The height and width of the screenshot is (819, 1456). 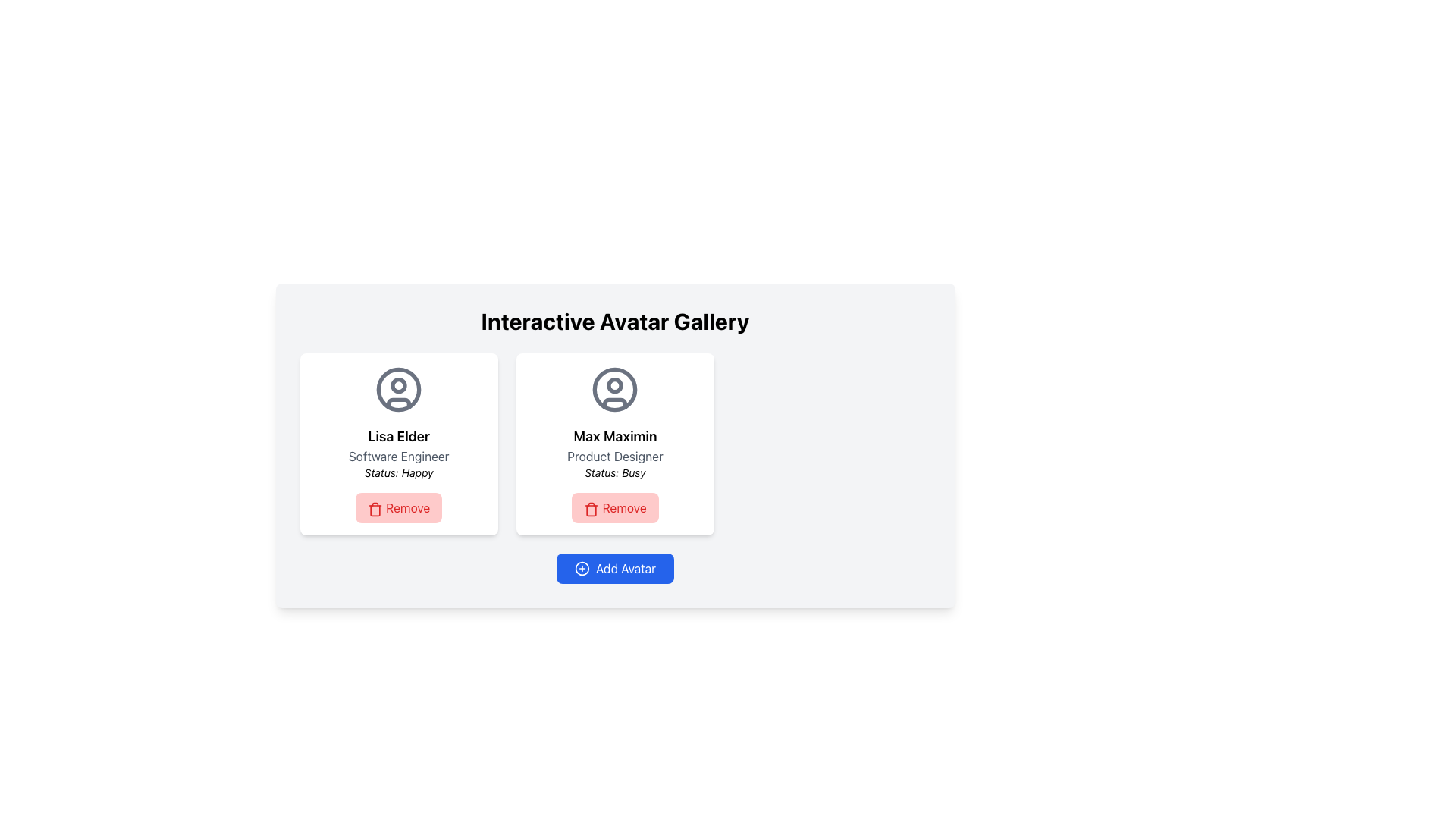 I want to click on the gray user profile icon above the text section labeled 'Max Maximin Product Designer Status: Busy' in the user card for Max Maximin, so click(x=615, y=388).